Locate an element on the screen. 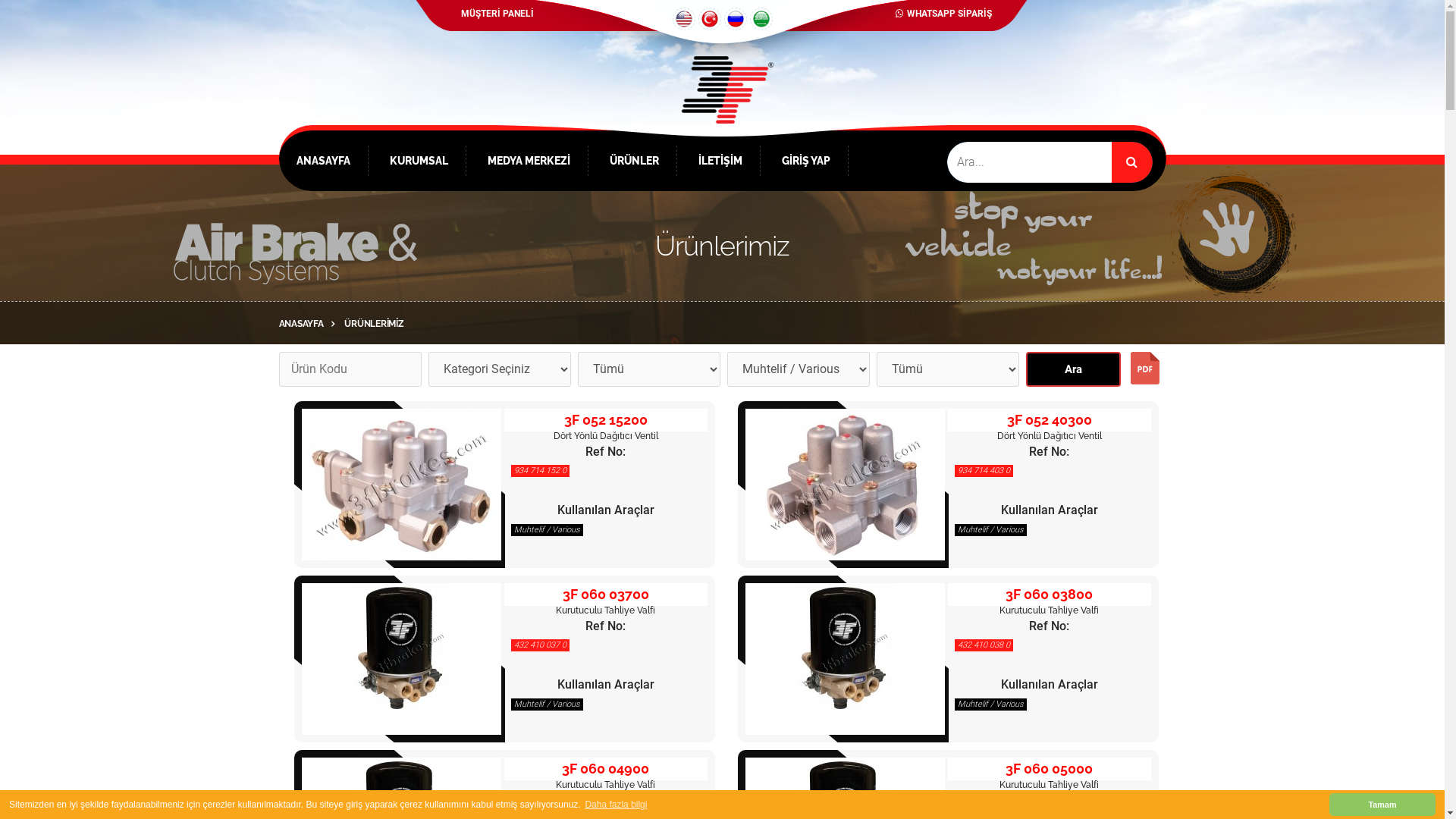 The image size is (1456, 819). 'ANASAYFA' is located at coordinates (309, 323).